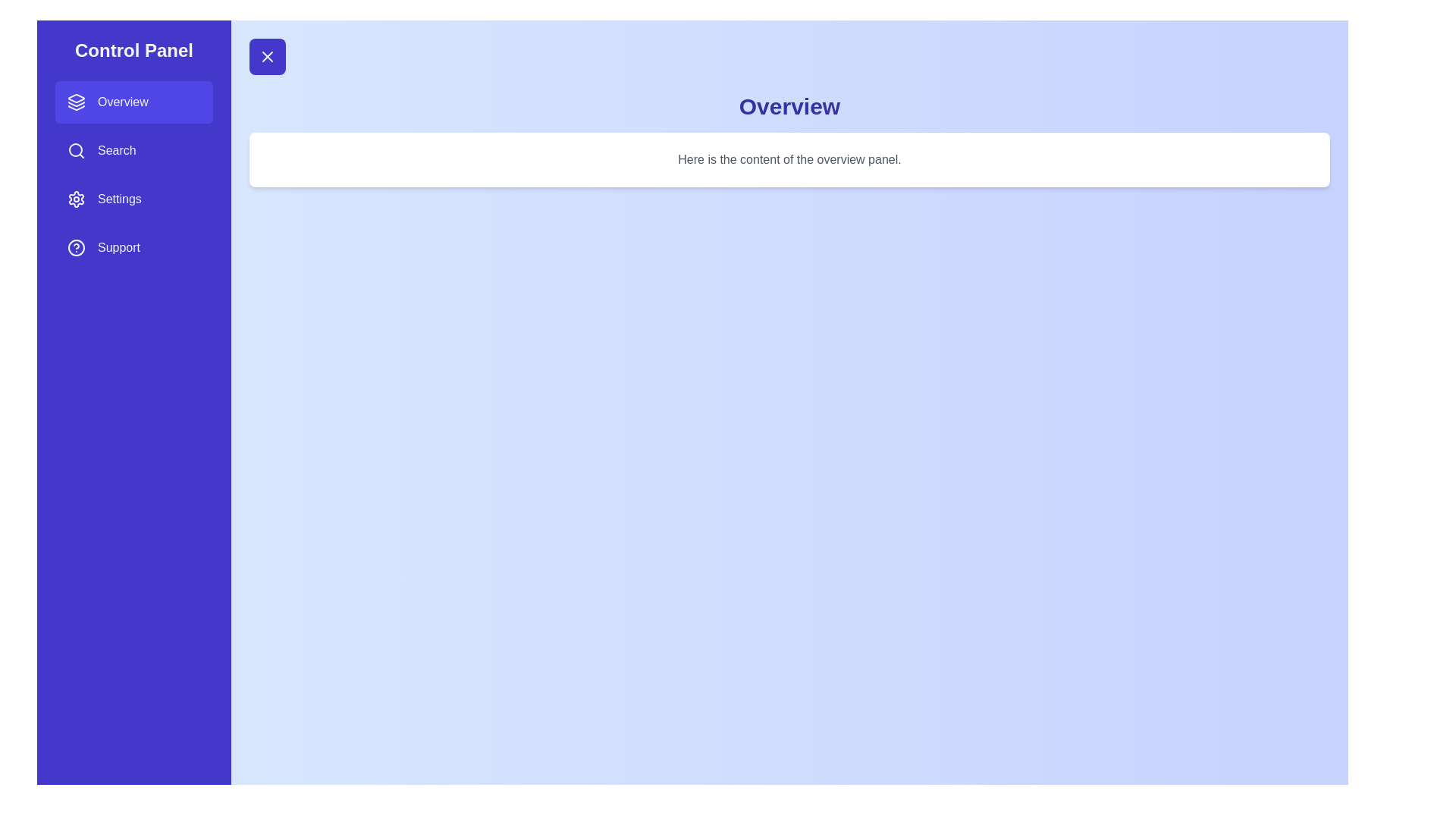 This screenshot has width=1456, height=819. Describe the element at coordinates (134, 102) in the screenshot. I see `the panel Overview from the sidebar` at that location.